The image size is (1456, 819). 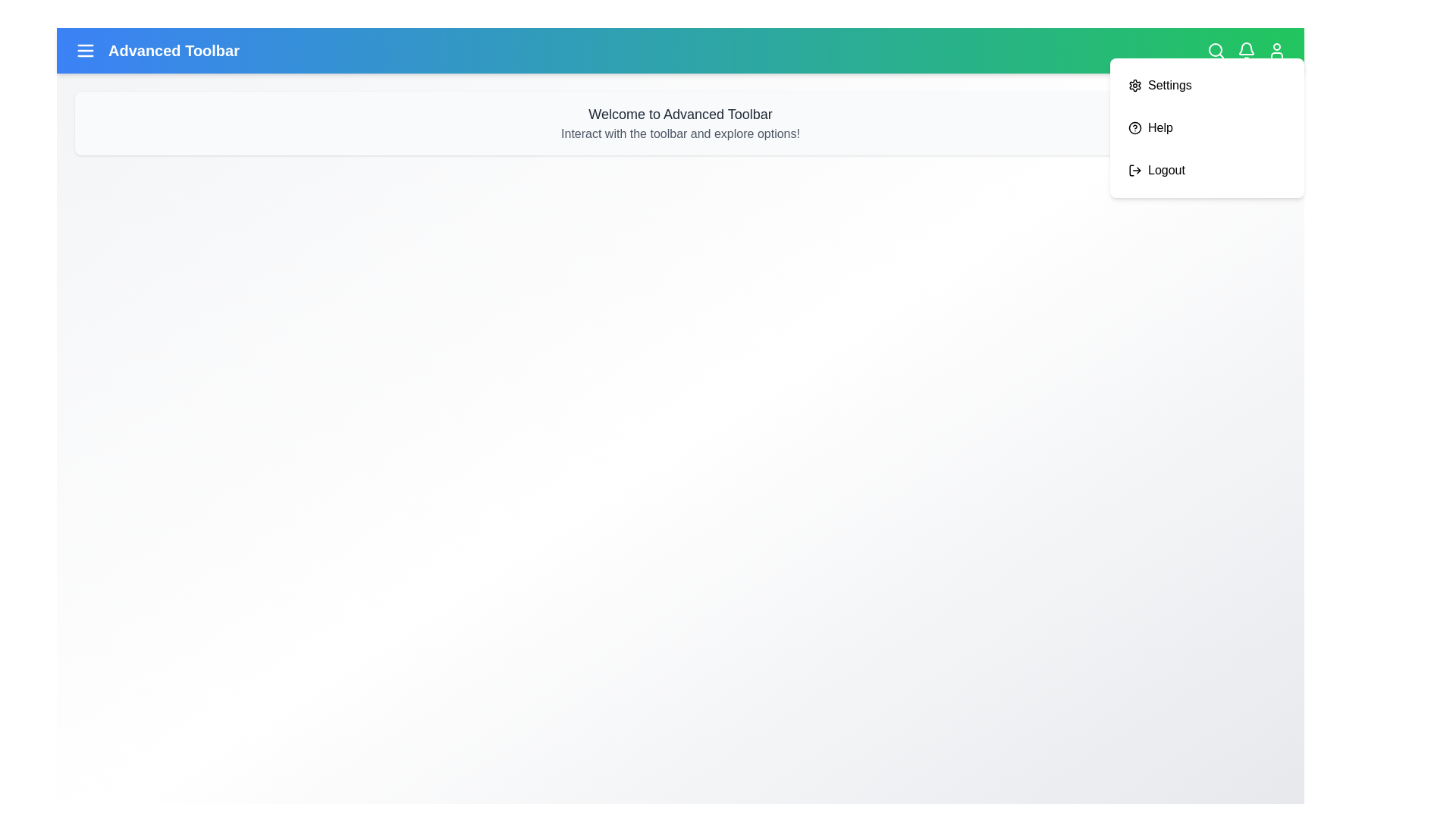 What do you see at coordinates (1207, 127) in the screenshot?
I see `the menu item Help` at bounding box center [1207, 127].